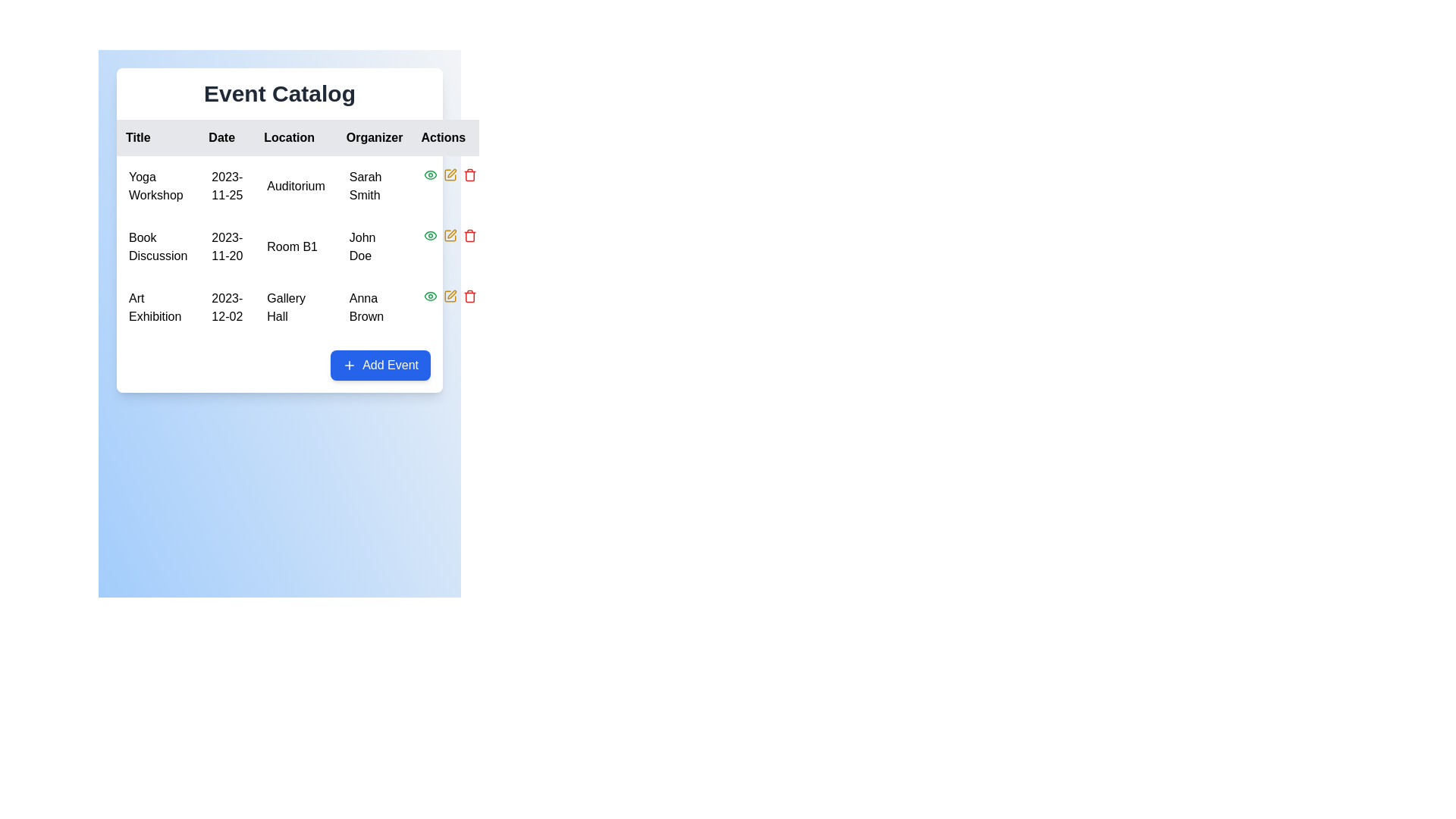  What do you see at coordinates (469, 236) in the screenshot?
I see `the delete button for the 'Book Discussion' event located in the 'Actions' column of the second row of the event listing table` at bounding box center [469, 236].